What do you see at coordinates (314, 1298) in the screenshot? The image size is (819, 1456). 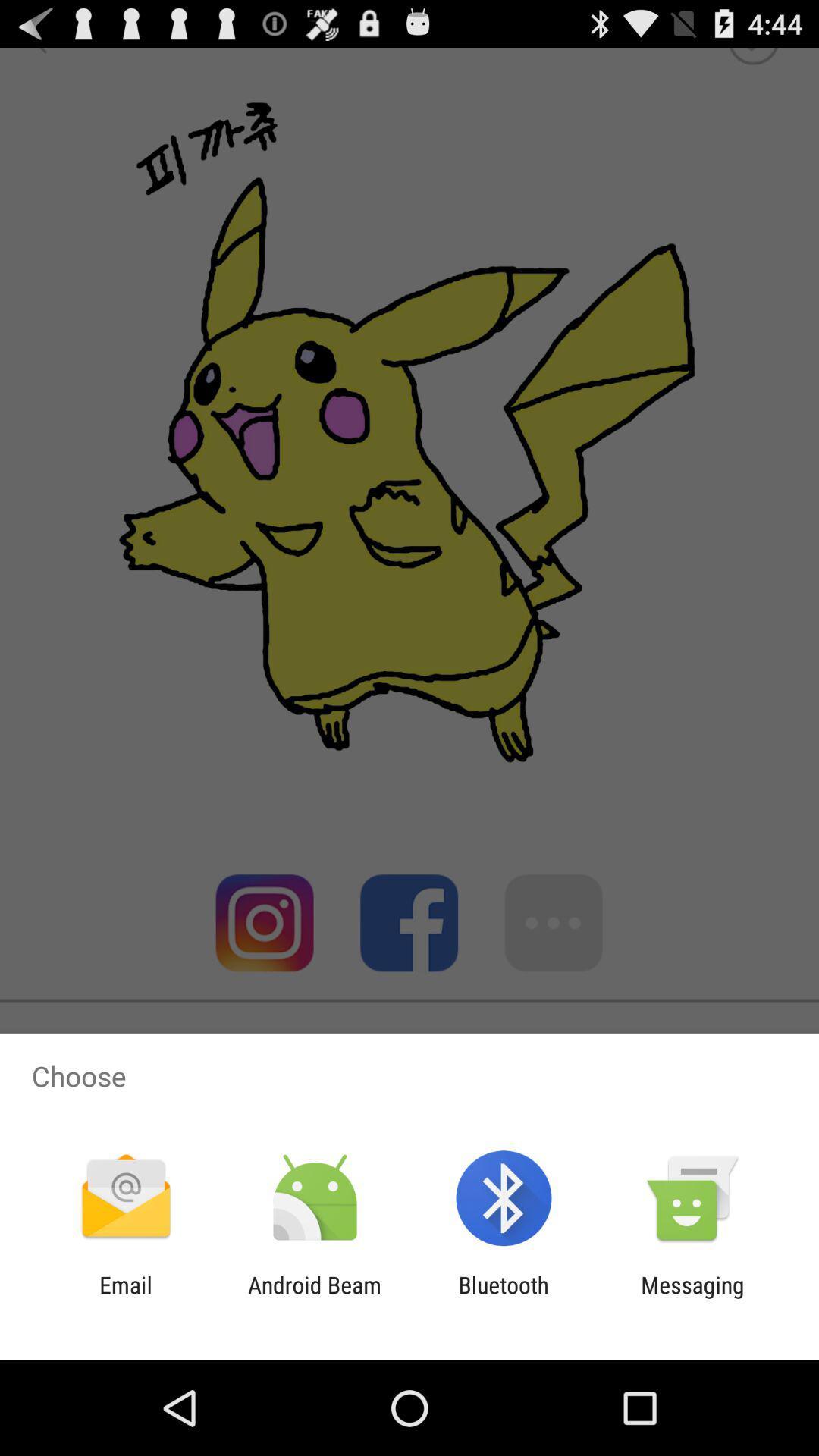 I see `the item to the left of the bluetooth` at bounding box center [314, 1298].